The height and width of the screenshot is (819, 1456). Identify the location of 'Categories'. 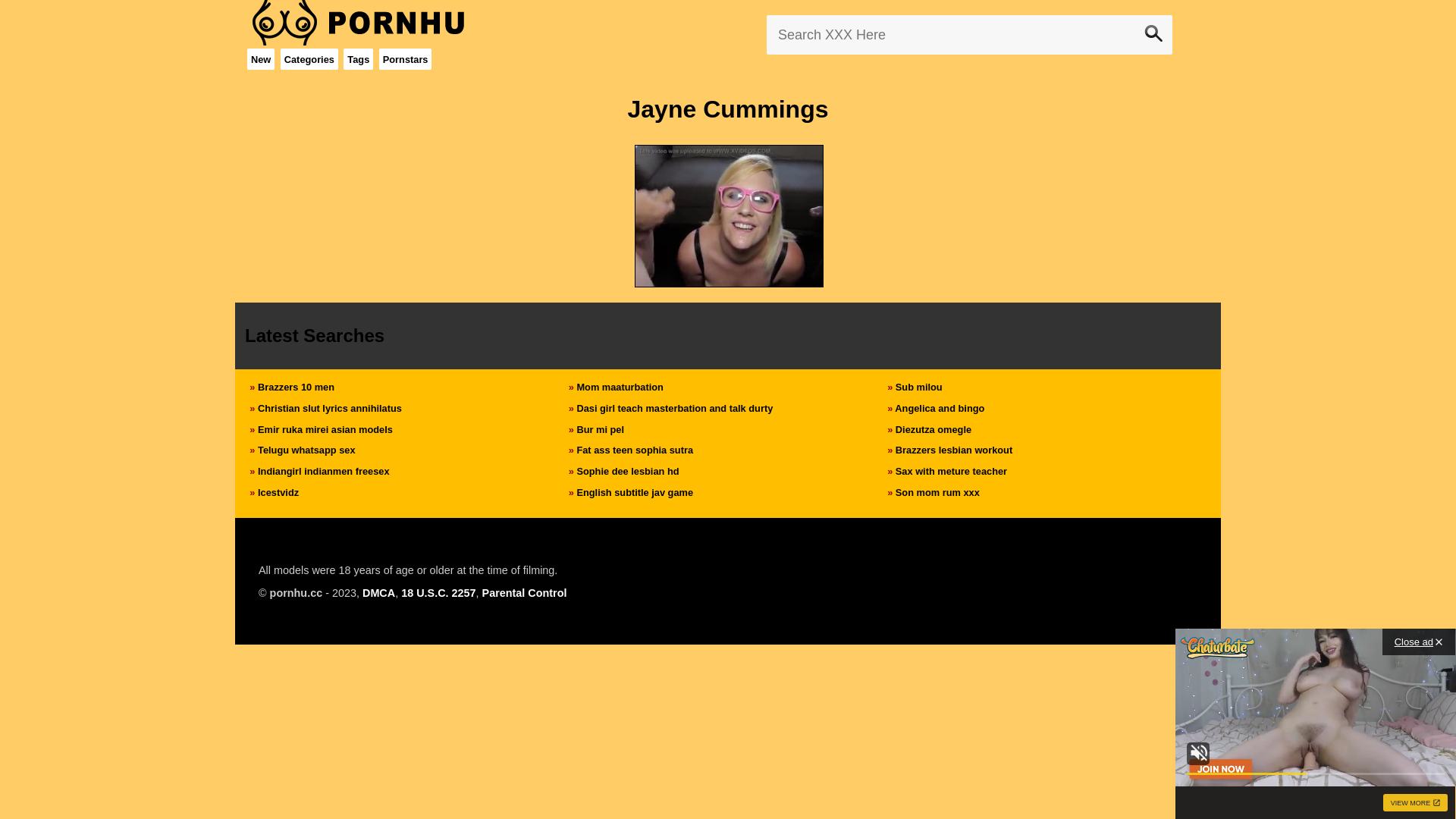
(309, 58).